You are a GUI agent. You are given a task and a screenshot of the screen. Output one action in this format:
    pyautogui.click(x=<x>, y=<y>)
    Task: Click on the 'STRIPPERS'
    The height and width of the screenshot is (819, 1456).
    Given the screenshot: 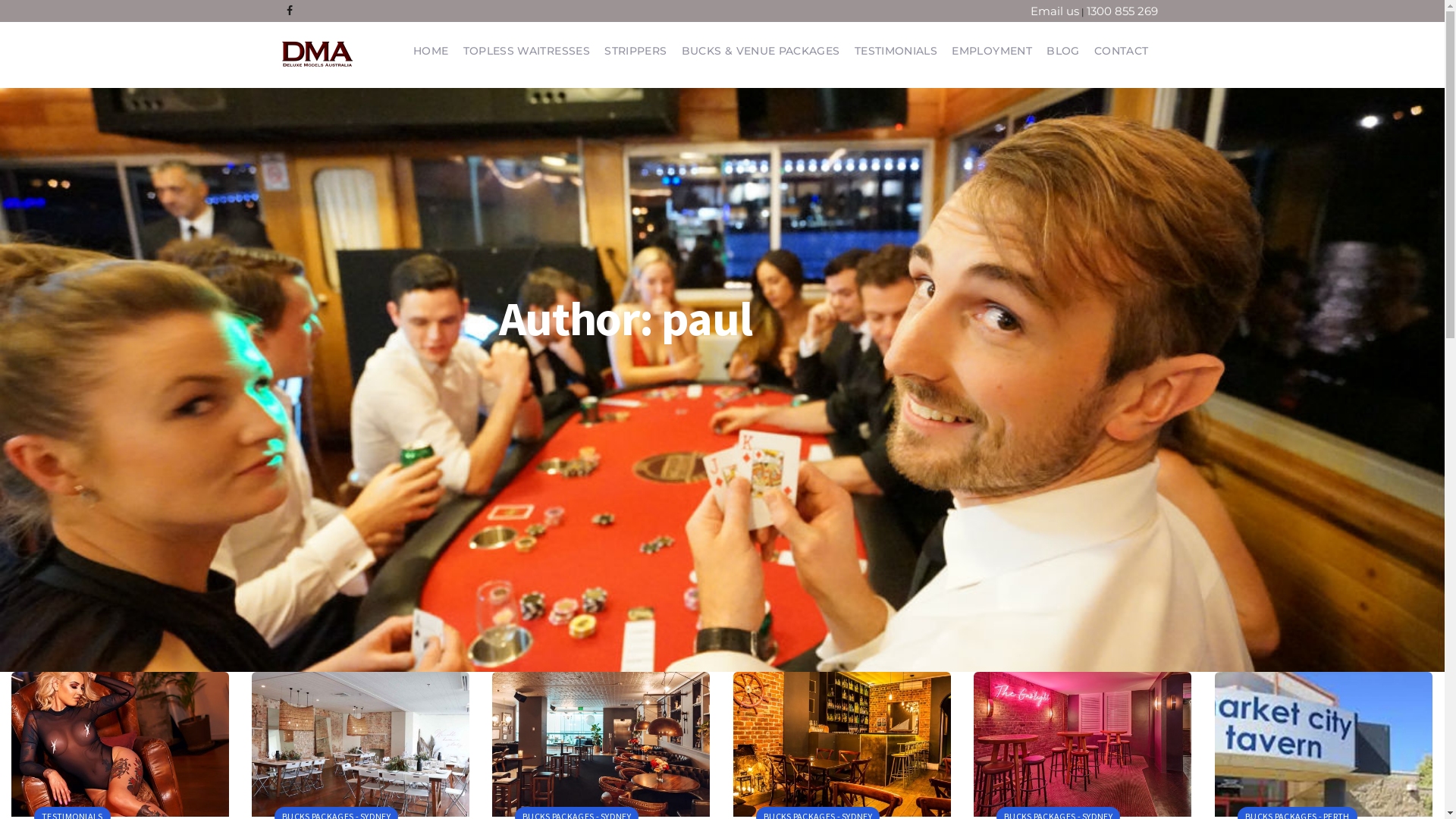 What is the action you would take?
    pyautogui.click(x=635, y=49)
    